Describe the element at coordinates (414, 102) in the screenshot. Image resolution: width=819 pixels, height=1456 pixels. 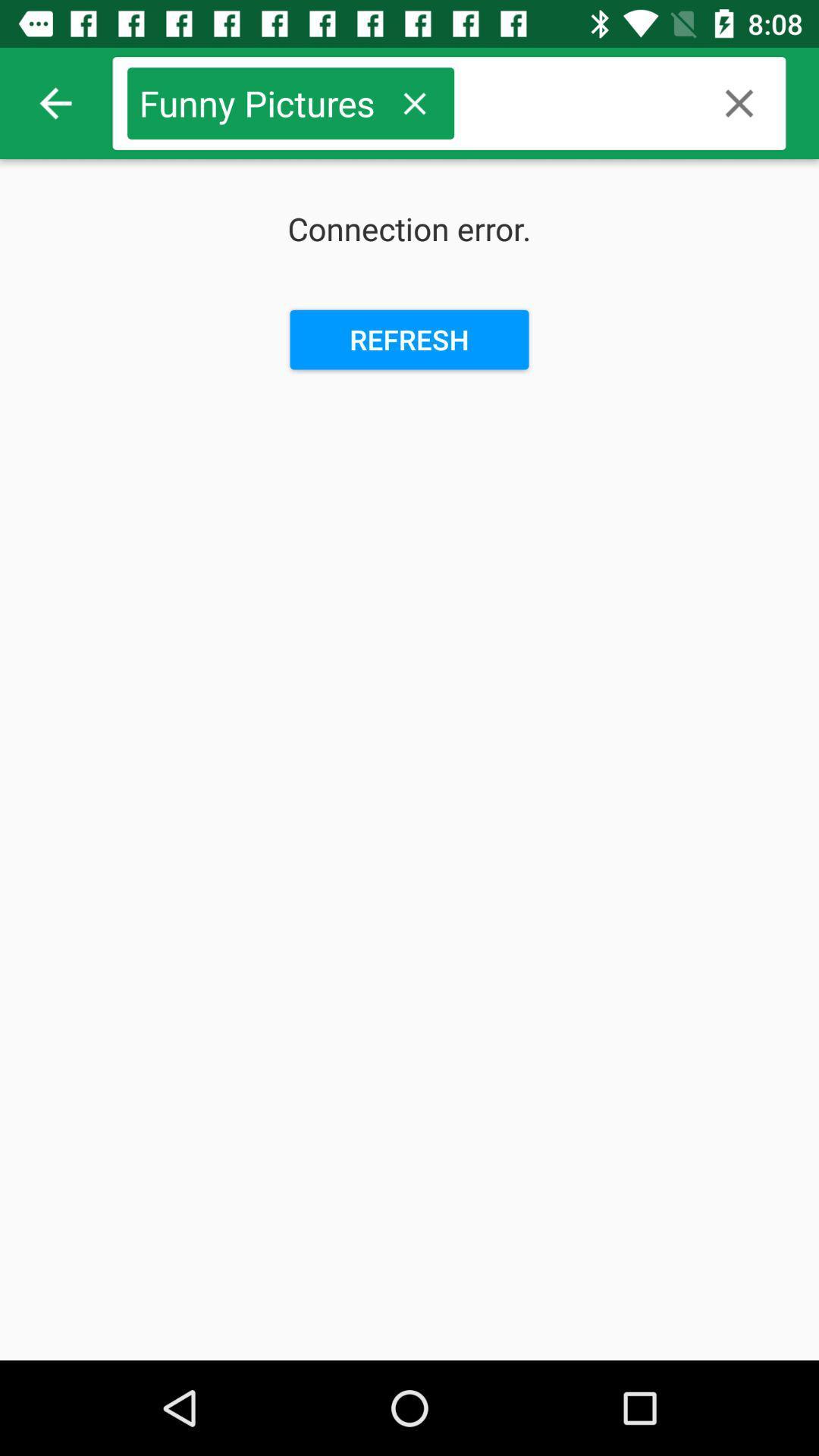
I see `icon above connection error. item` at that location.